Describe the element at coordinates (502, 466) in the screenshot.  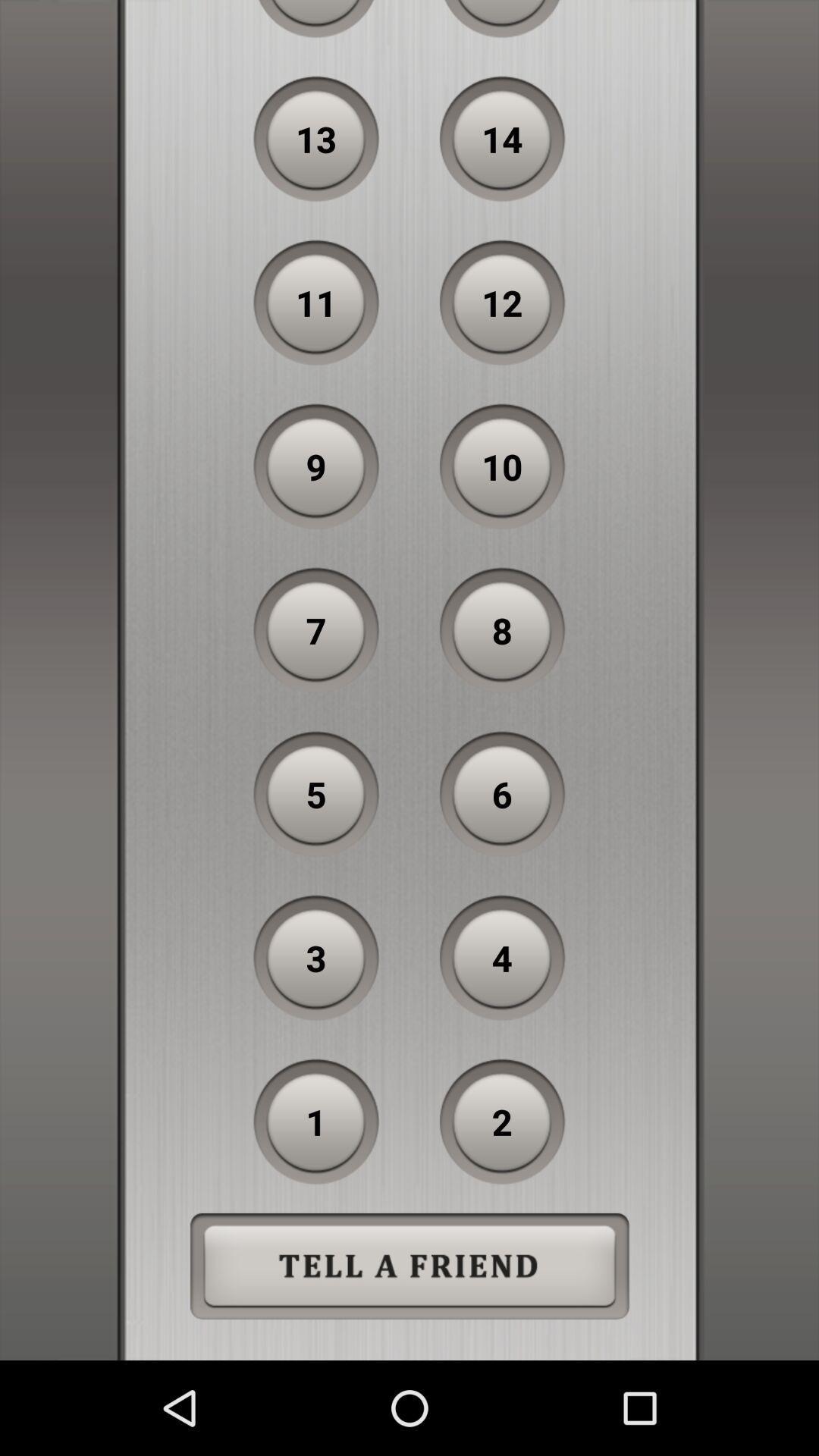
I see `the icon above 8 button` at that location.